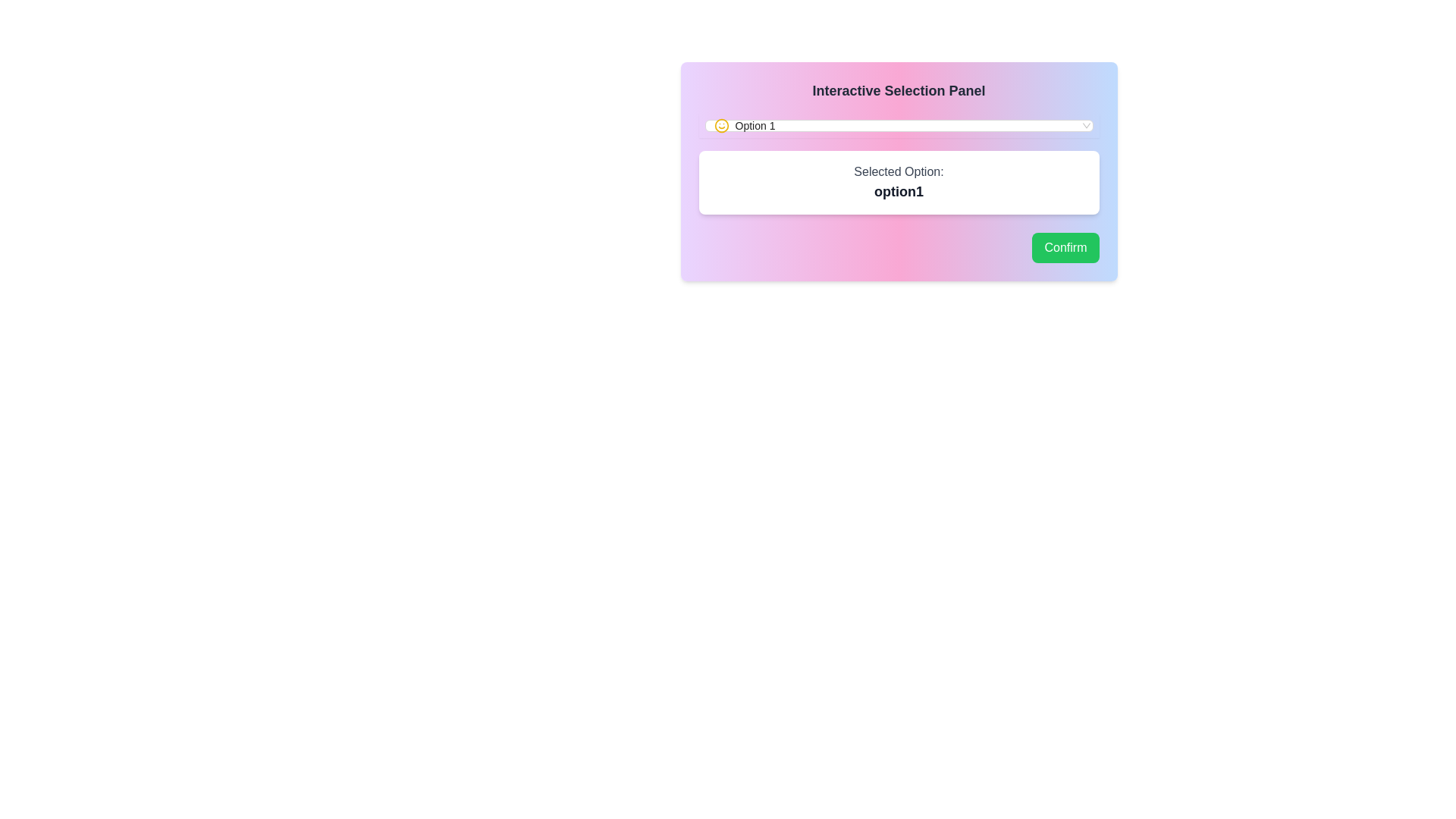 The height and width of the screenshot is (819, 1456). Describe the element at coordinates (1085, 124) in the screenshot. I see `the dropdown indicator icon located in the top-right corner of the 'Option 1' dropdown` at that location.